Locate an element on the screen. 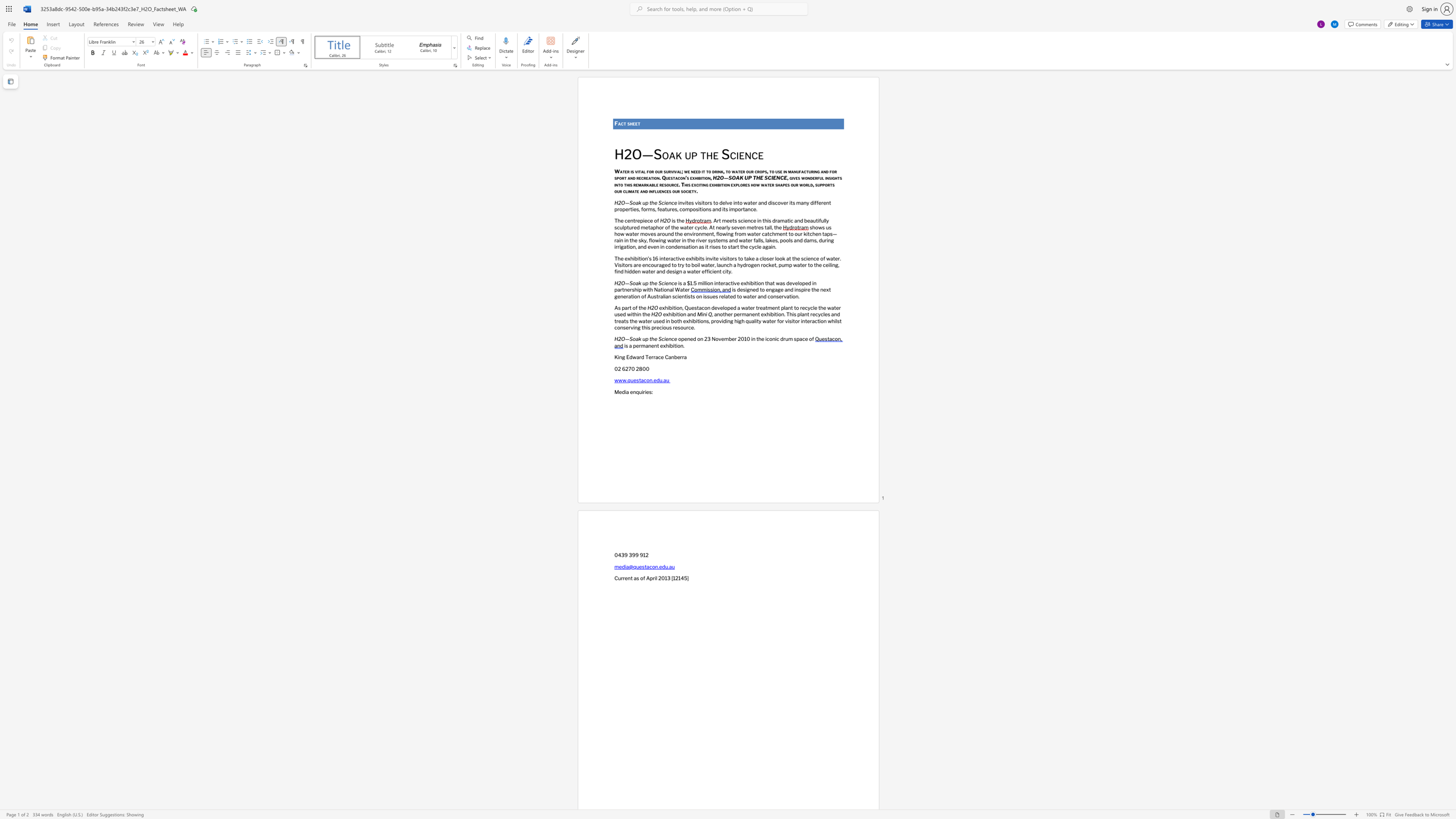  the space between the continuous character "x" and "h" in the text is located at coordinates (694, 178).